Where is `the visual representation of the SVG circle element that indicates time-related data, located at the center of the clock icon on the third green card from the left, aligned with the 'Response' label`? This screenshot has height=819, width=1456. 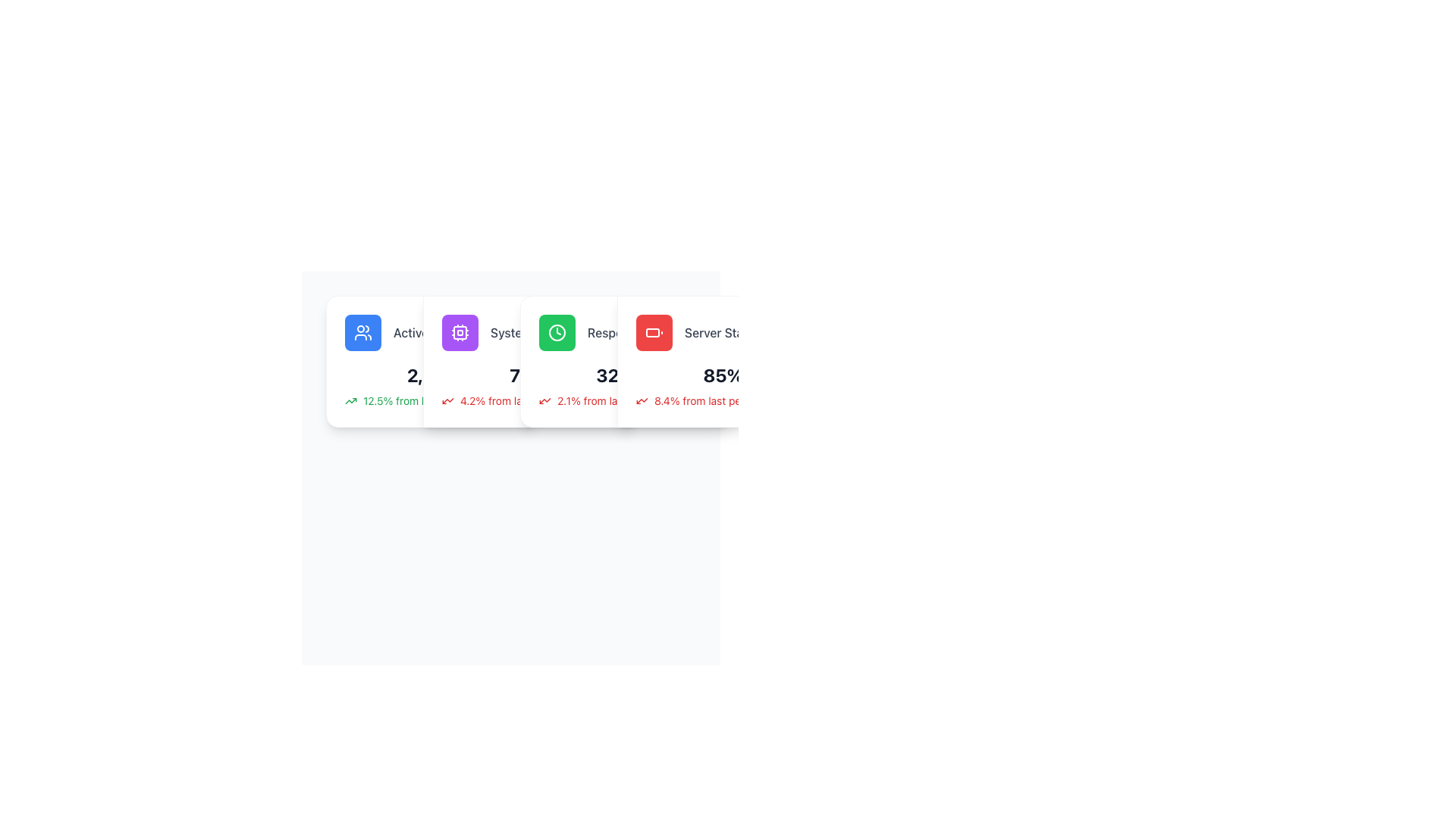
the visual representation of the SVG circle element that indicates time-related data, located at the center of the clock icon on the third green card from the left, aligned with the 'Response' label is located at coordinates (556, 332).